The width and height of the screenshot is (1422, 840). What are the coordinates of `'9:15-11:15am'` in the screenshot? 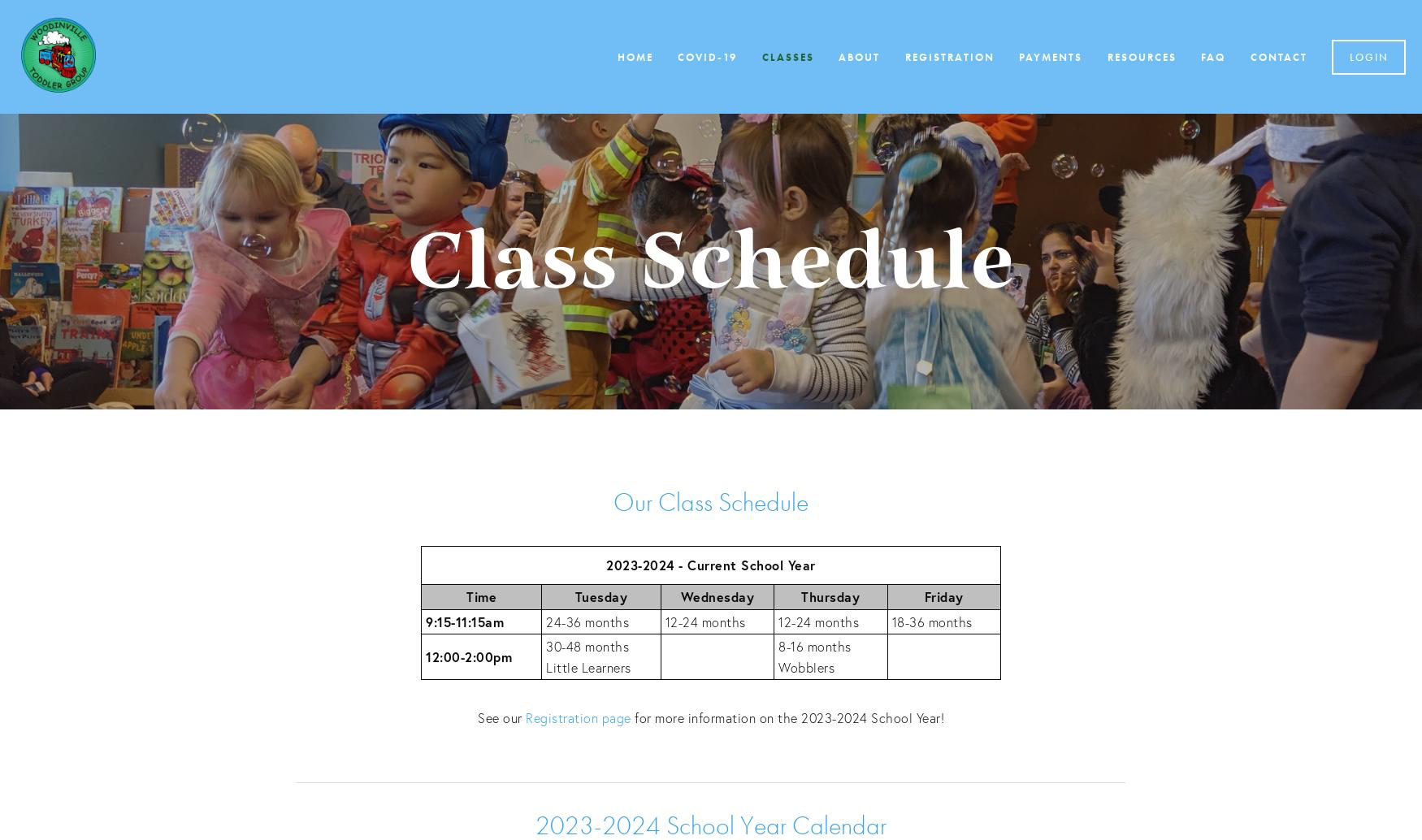 It's located at (465, 621).